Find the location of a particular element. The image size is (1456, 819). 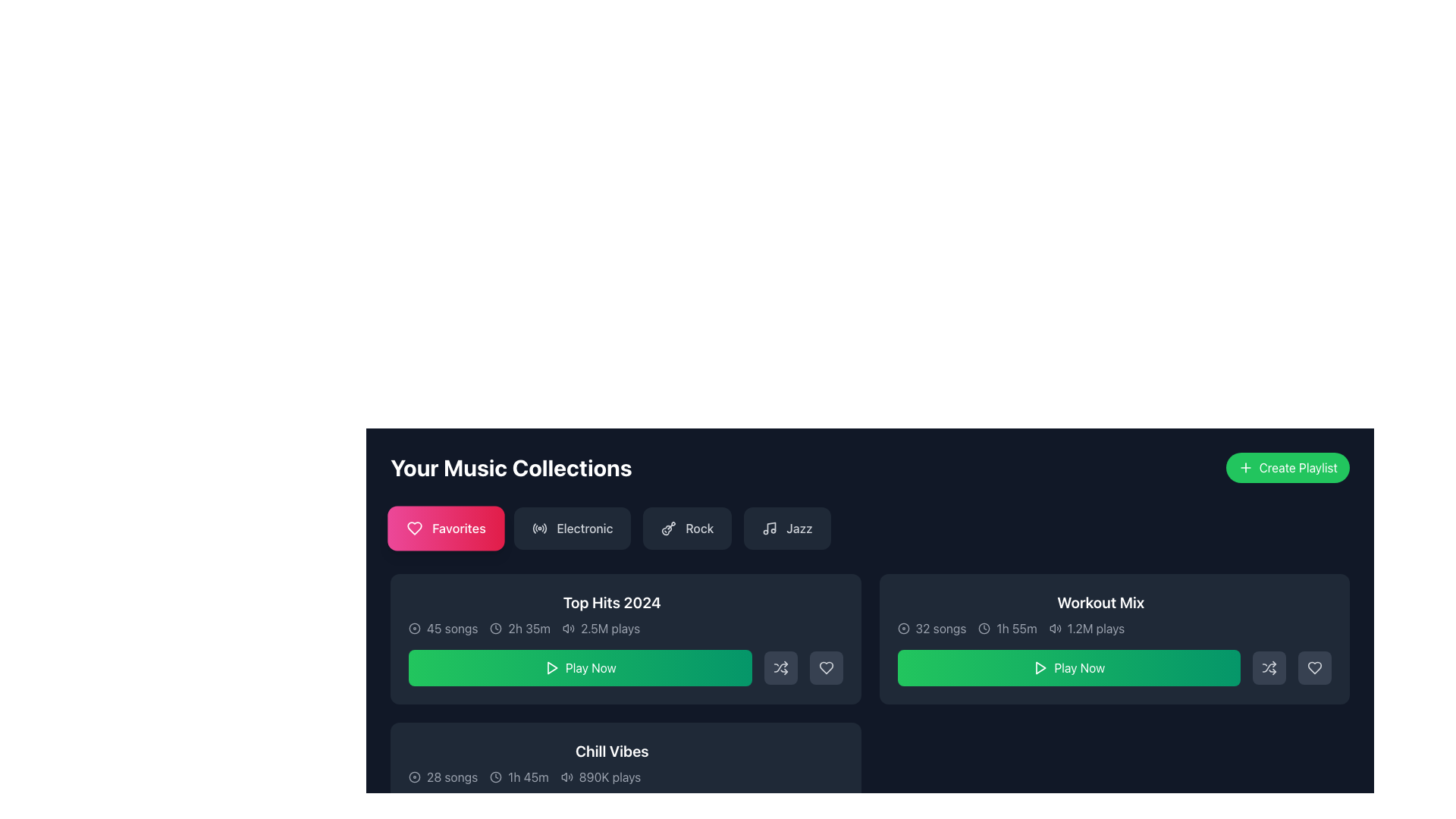

the music-related icon located in the 'Jazz' section, positioned towards the left side adjacent to the text label is located at coordinates (770, 528).